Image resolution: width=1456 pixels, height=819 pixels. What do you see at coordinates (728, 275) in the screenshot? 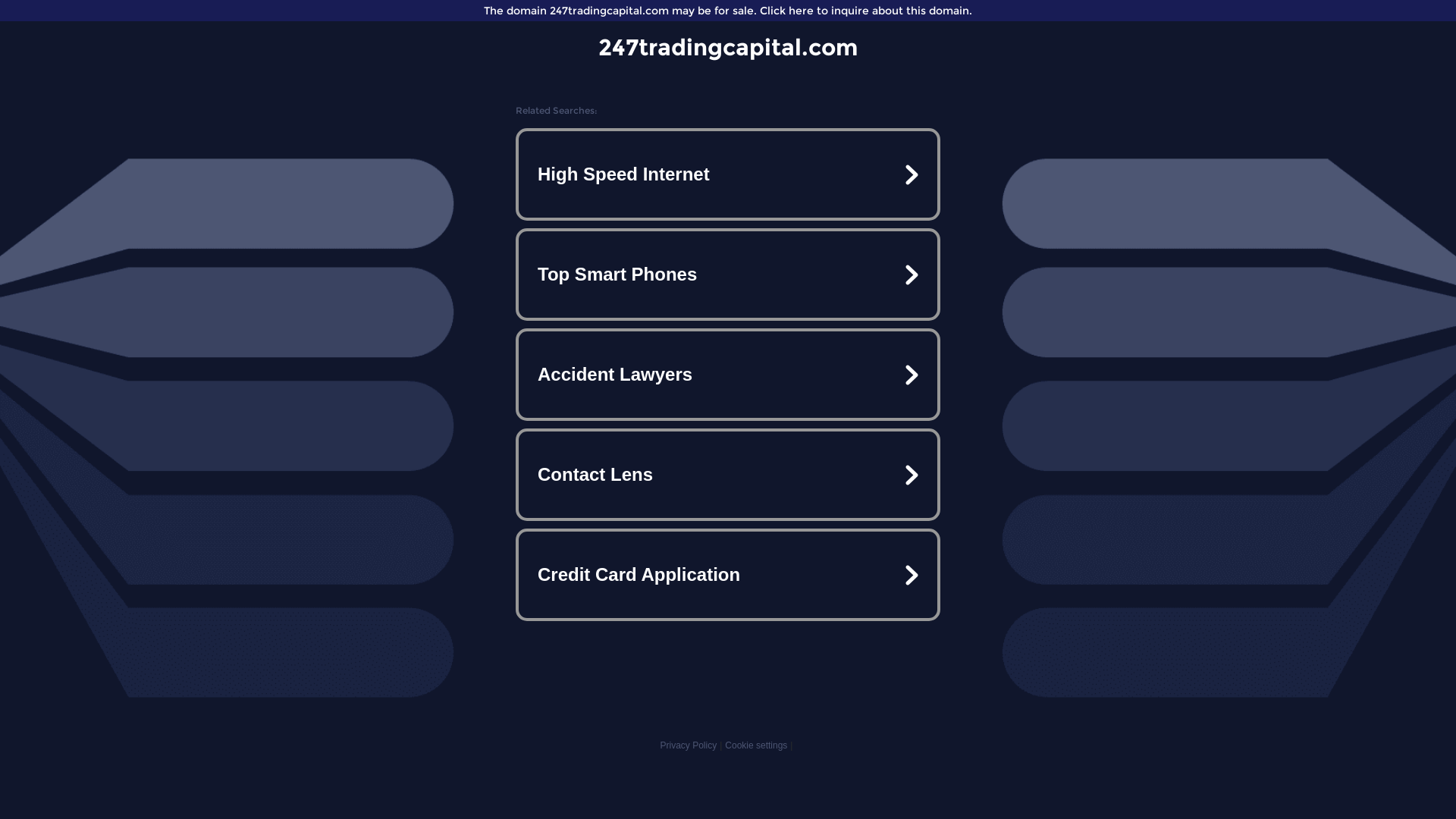
I see `'Top Smart Phones'` at bounding box center [728, 275].